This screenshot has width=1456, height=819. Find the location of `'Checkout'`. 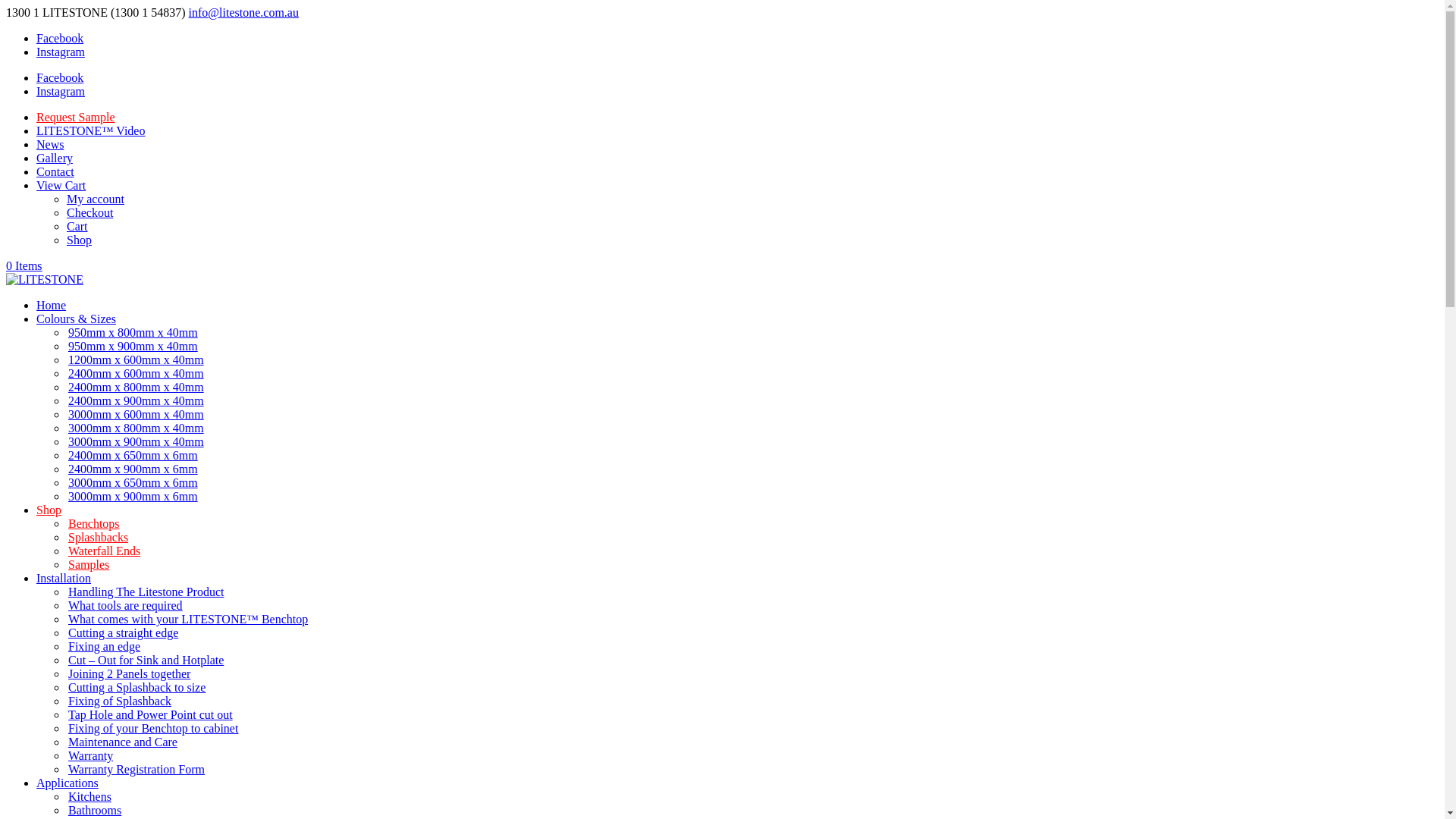

'Checkout' is located at coordinates (65, 212).